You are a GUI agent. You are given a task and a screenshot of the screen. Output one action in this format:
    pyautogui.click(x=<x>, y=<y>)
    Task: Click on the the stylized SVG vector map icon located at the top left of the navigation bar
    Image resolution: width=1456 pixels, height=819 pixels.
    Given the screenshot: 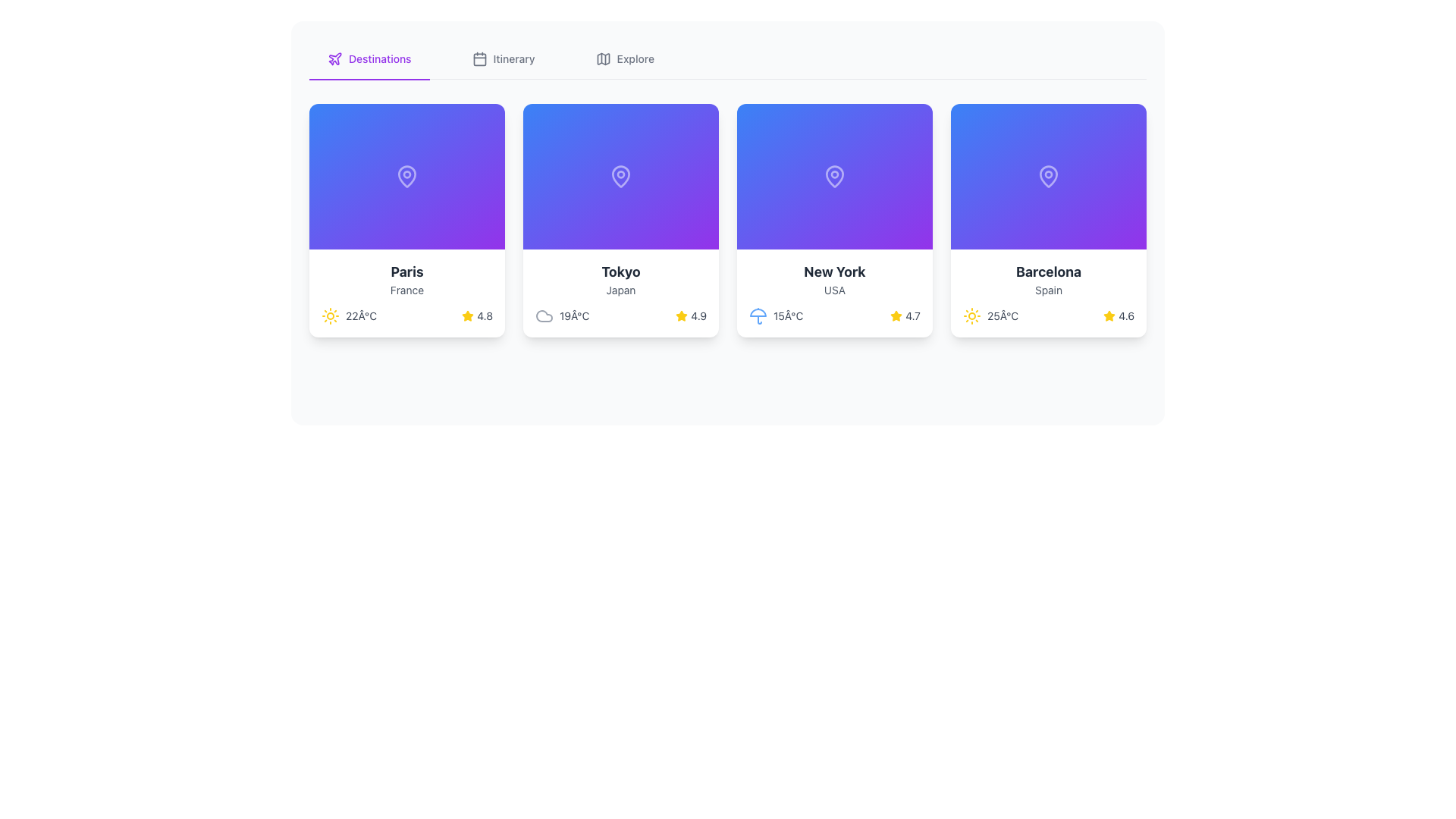 What is the action you would take?
    pyautogui.click(x=602, y=58)
    